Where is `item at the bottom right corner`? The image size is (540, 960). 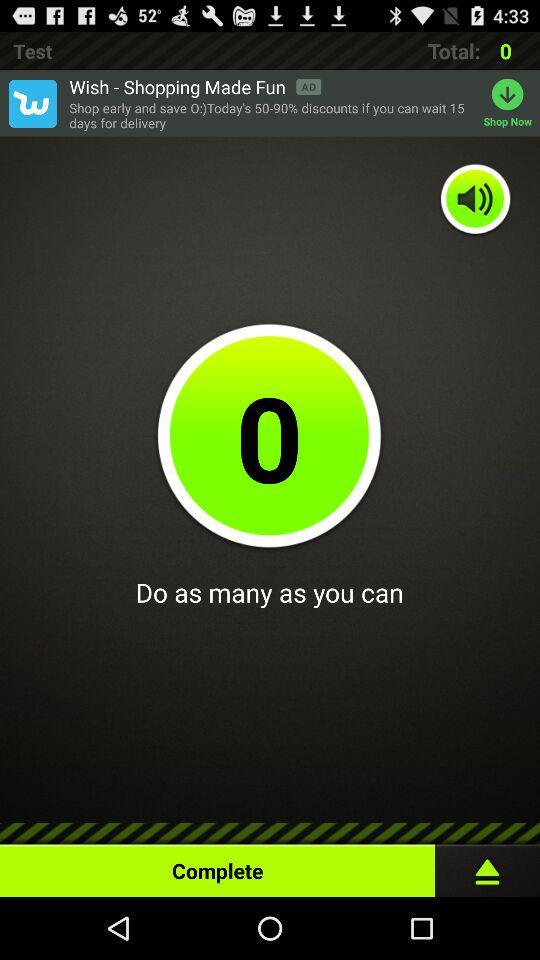
item at the bottom right corner is located at coordinates (486, 865).